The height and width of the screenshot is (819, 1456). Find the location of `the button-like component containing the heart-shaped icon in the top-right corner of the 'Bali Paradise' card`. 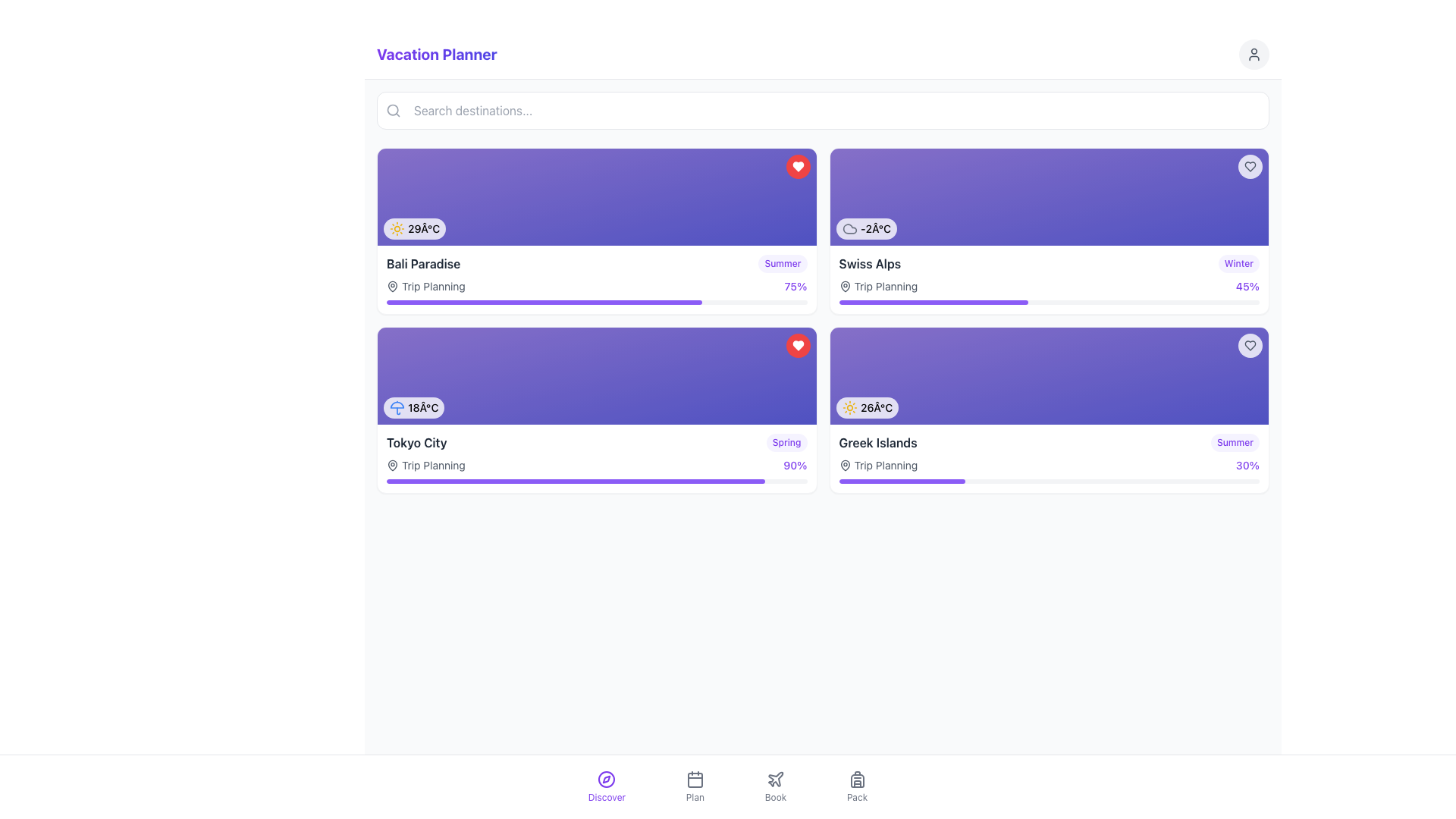

the button-like component containing the heart-shaped icon in the top-right corner of the 'Bali Paradise' card is located at coordinates (797, 166).